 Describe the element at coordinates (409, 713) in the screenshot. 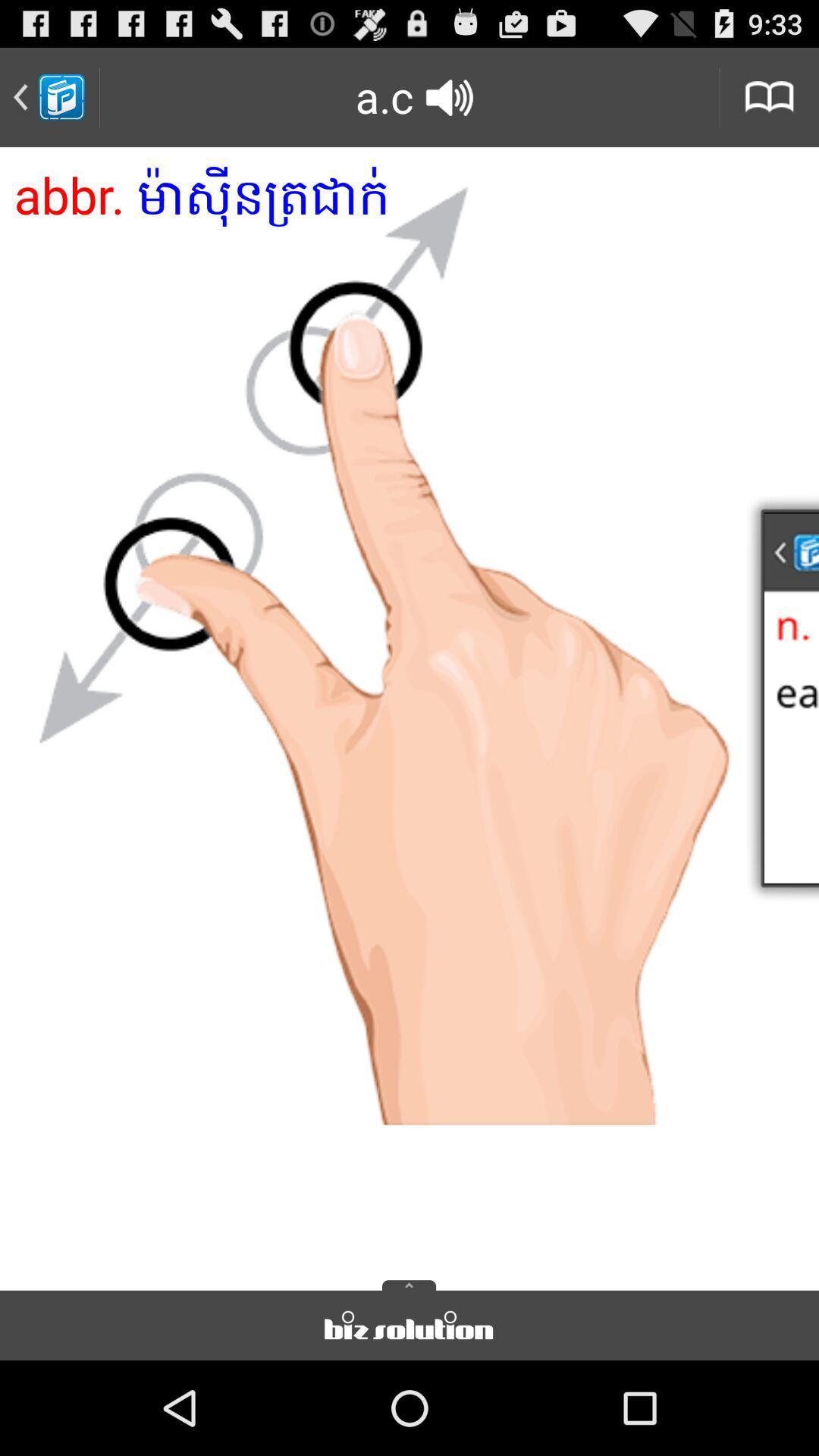

I see `the icon below  a.c  icon` at that location.